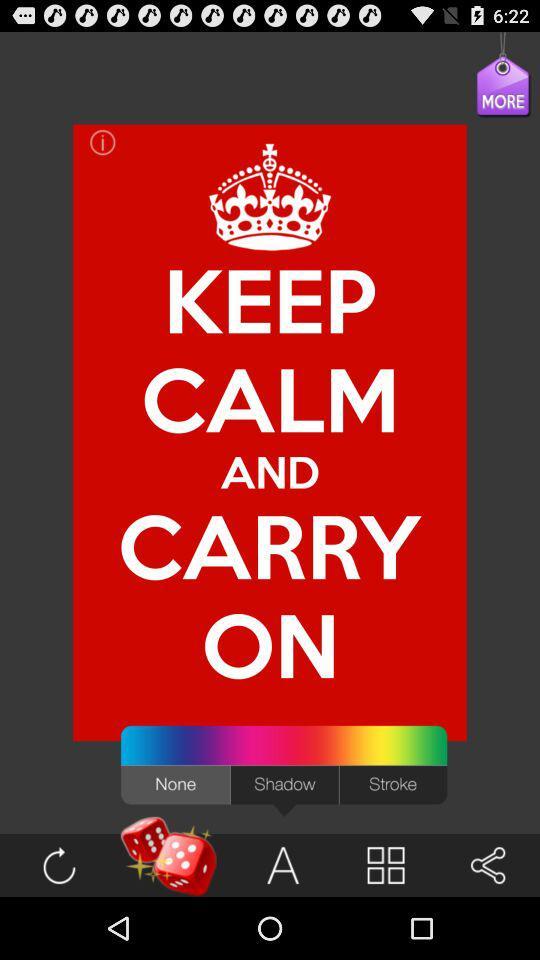  What do you see at coordinates (102, 141) in the screenshot?
I see `the item at the top left corner` at bounding box center [102, 141].